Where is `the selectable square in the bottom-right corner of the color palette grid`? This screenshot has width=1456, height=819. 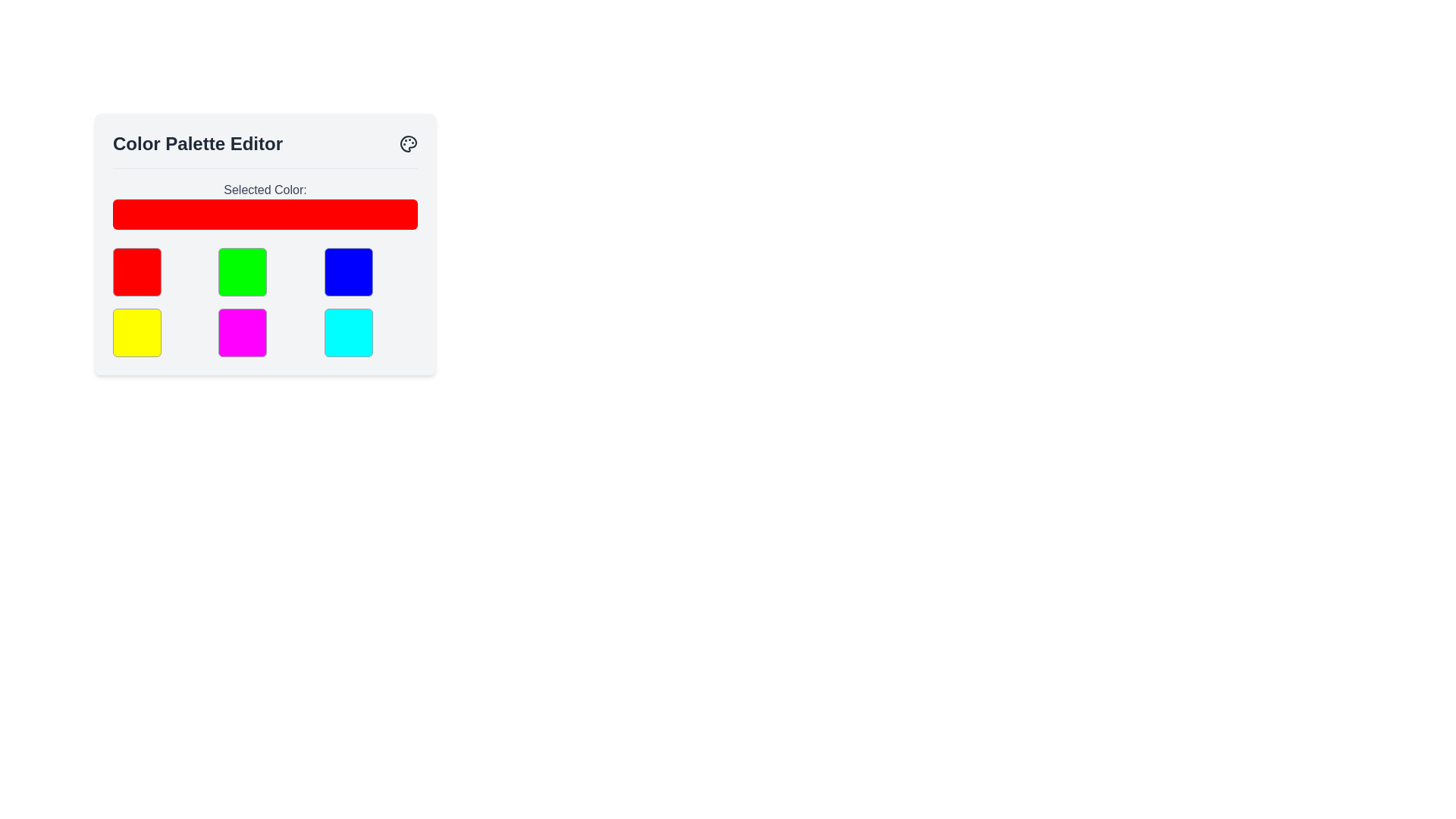
the selectable square in the bottom-right corner of the color palette grid is located at coordinates (347, 332).